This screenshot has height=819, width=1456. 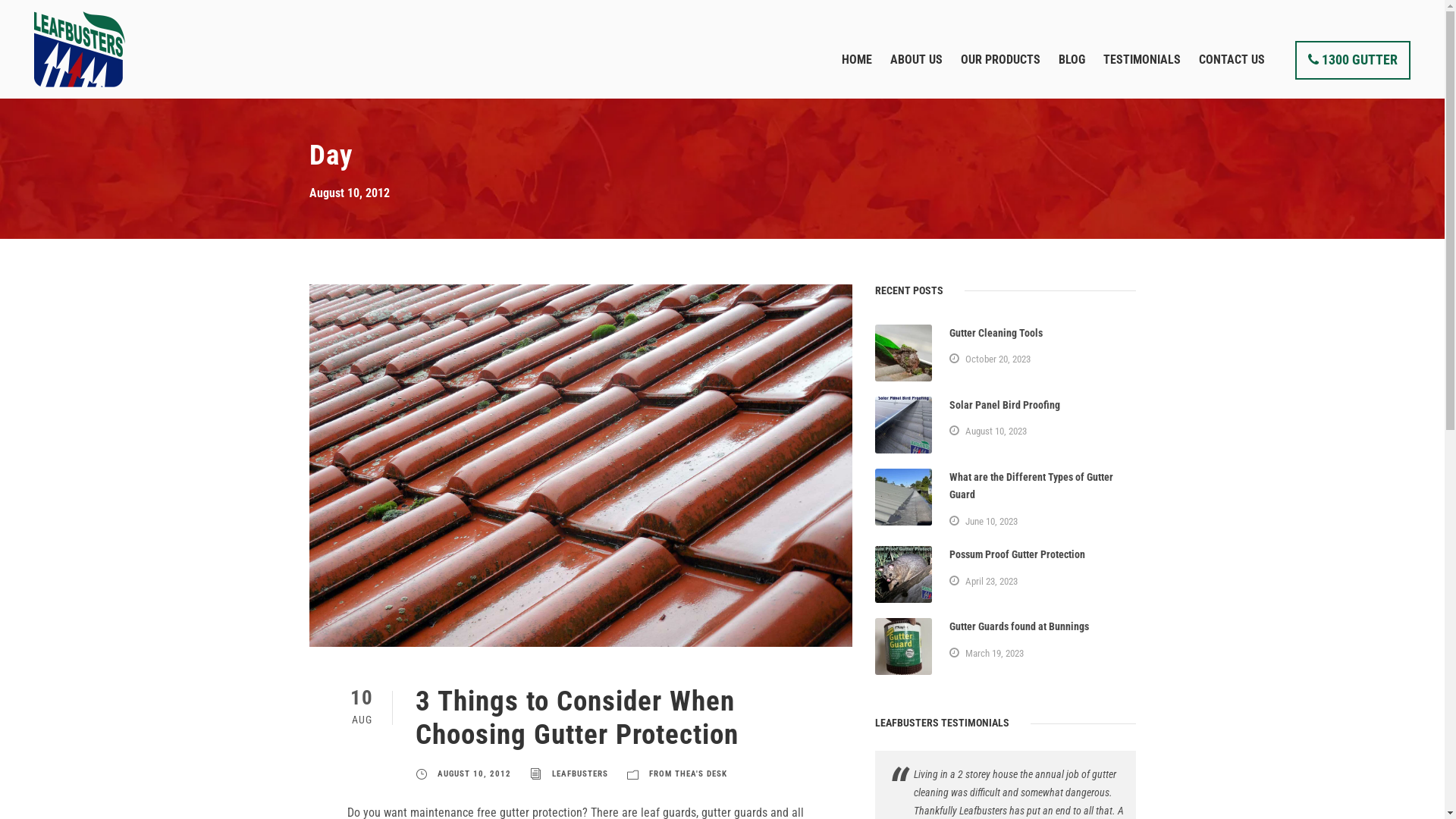 What do you see at coordinates (1031, 485) in the screenshot?
I see `'What are the Different Types of Gutter Guard'` at bounding box center [1031, 485].